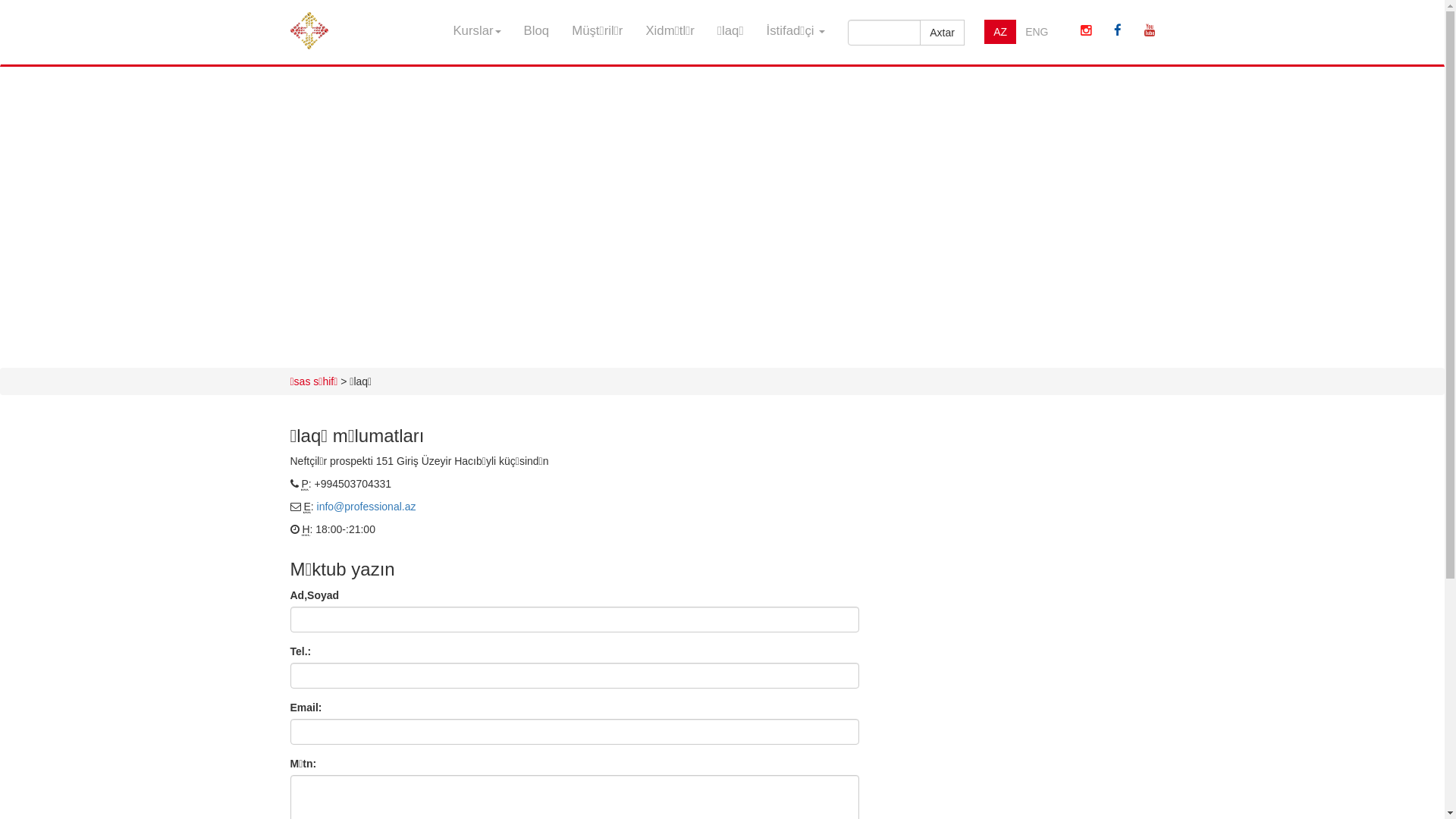 The height and width of the screenshot is (819, 1456). Describe the element at coordinates (1150, 31) in the screenshot. I see `'youtube'` at that location.